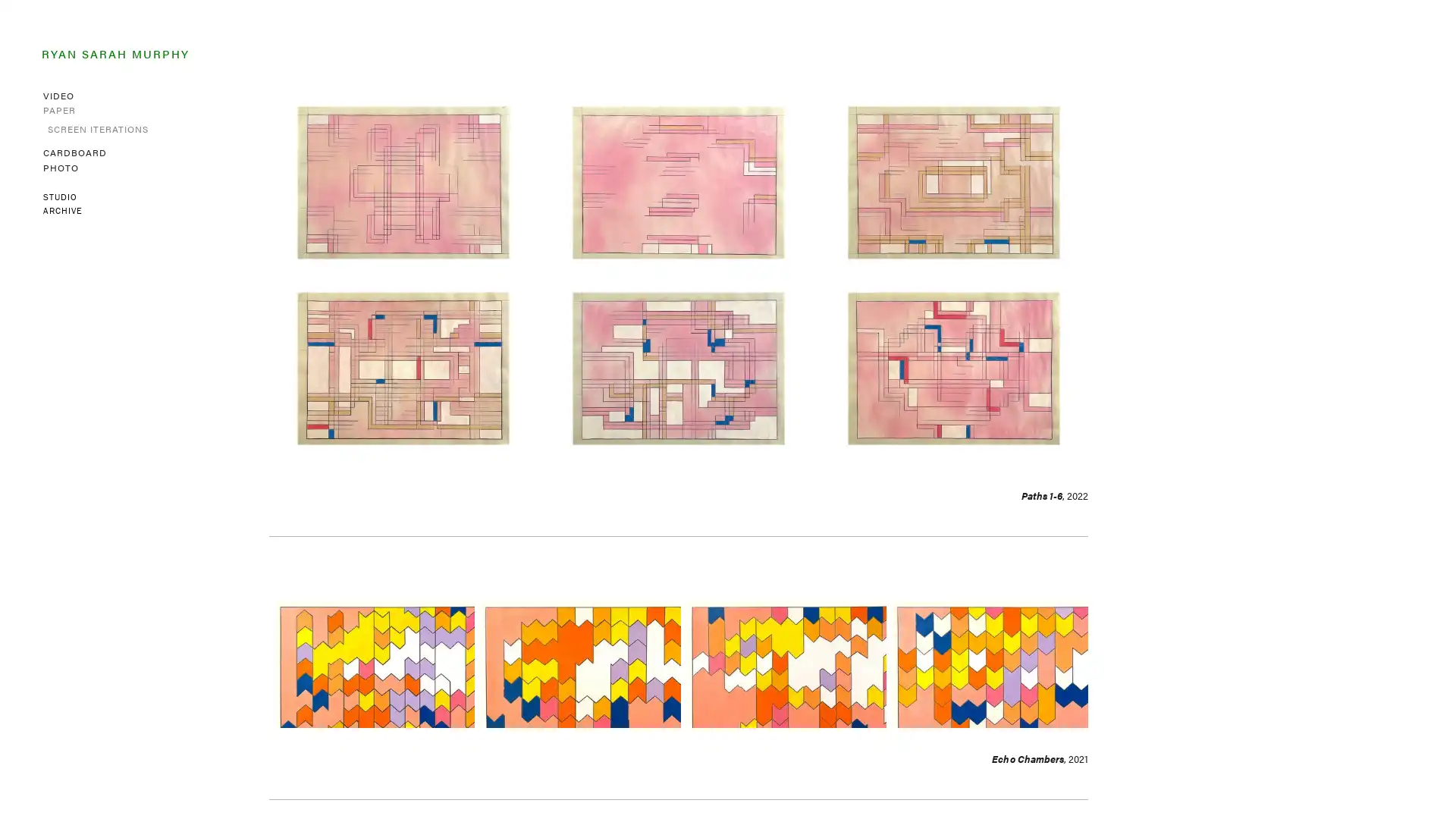 This screenshot has width=1456, height=819. Describe the element at coordinates (677, 368) in the screenshot. I see `View fullsize Path 5 , 2022 Spray paint, acrylic, colored pencil, graphite on graph paper 7.75 x 11 inches` at that location.